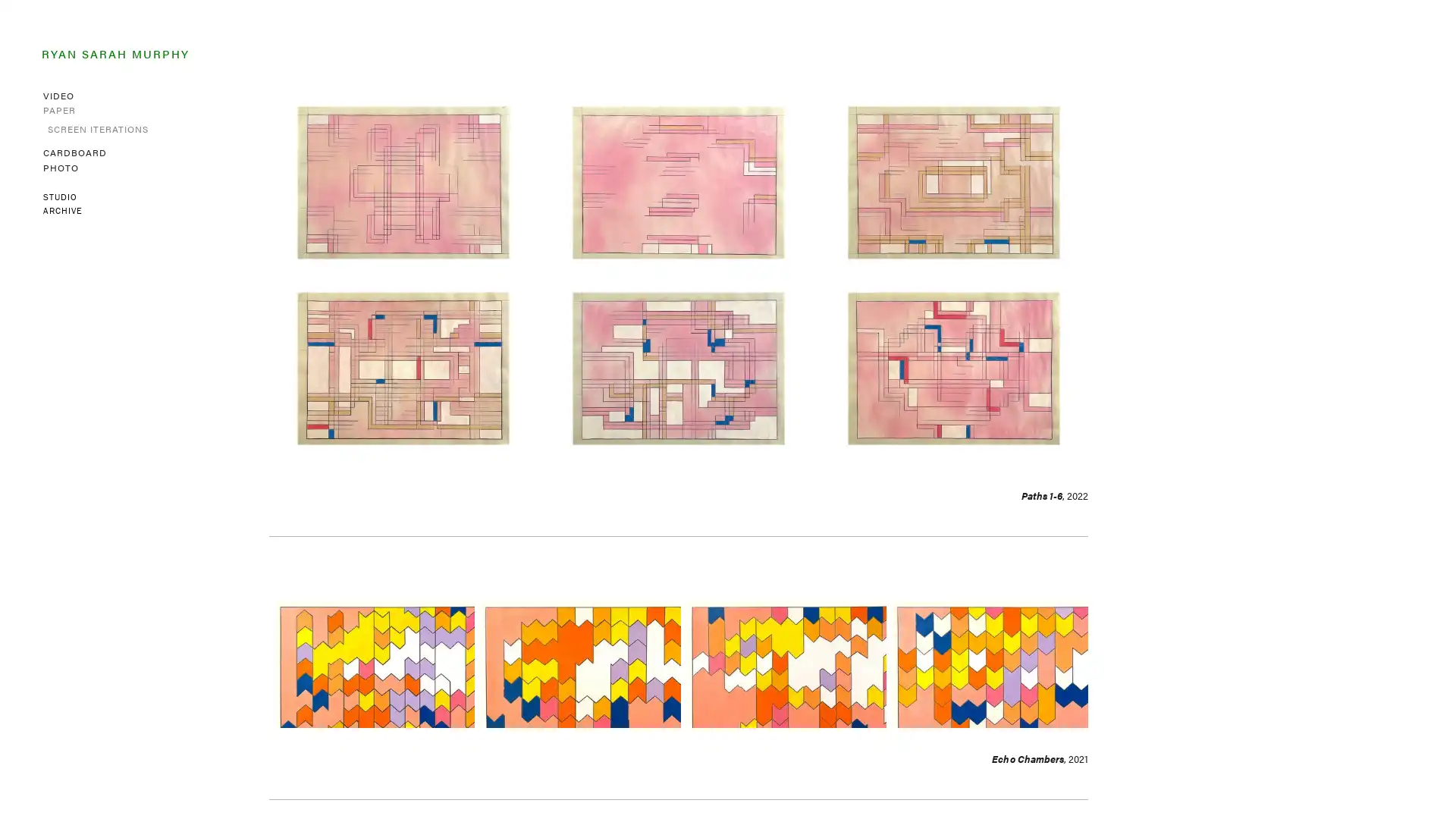 This screenshot has width=1456, height=819. Describe the element at coordinates (677, 368) in the screenshot. I see `View fullsize Path 5 , 2022 Spray paint, acrylic, colored pencil, graphite on graph paper 7.75 x 11 inches` at that location.